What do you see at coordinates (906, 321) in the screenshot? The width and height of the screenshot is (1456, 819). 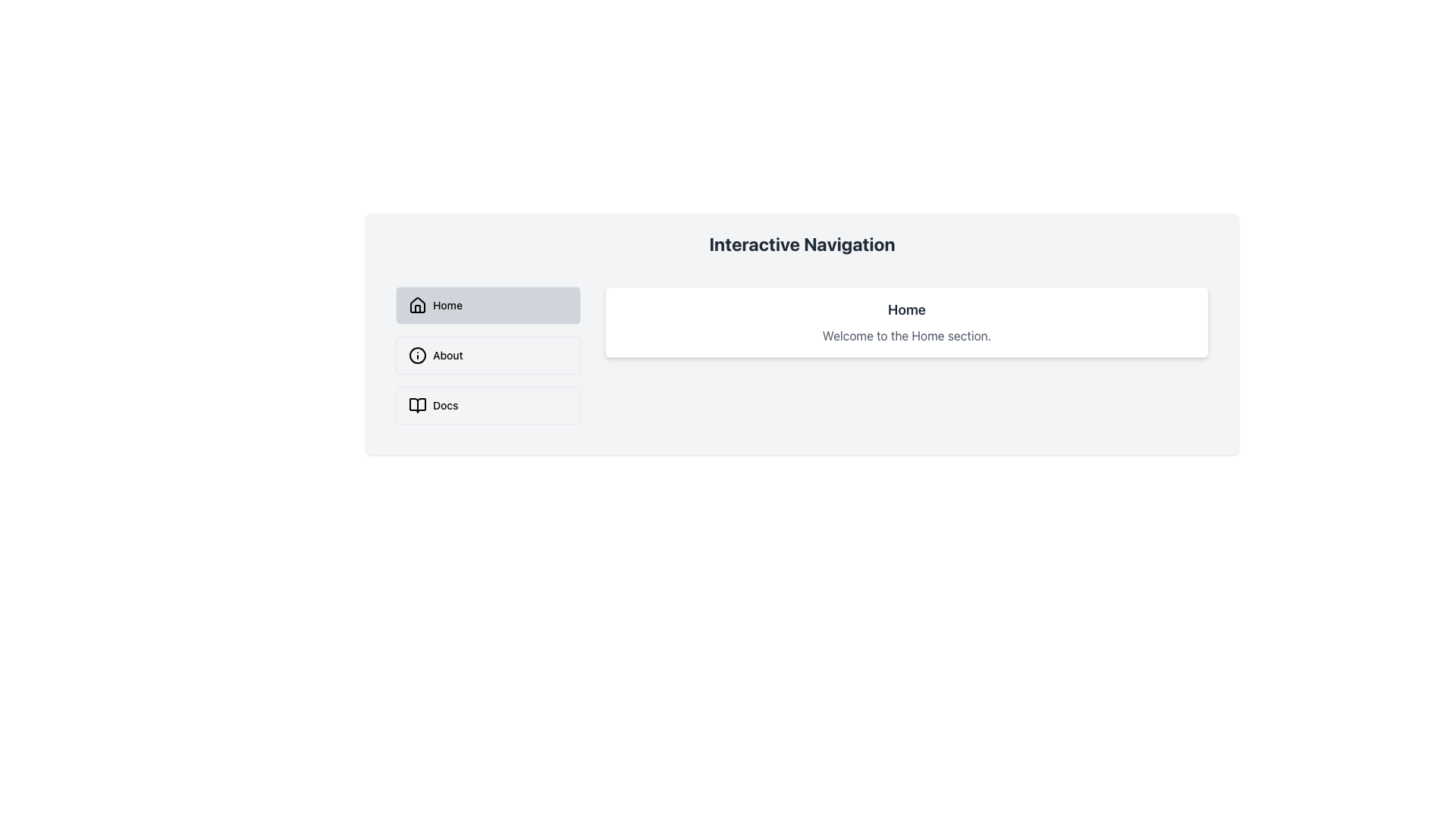 I see `the Text panel containing the title 'Home' and subtitle 'Welcome to the Home section.' which is centrally aligned in the main content area below the header 'Interactive Navigation'` at bounding box center [906, 321].